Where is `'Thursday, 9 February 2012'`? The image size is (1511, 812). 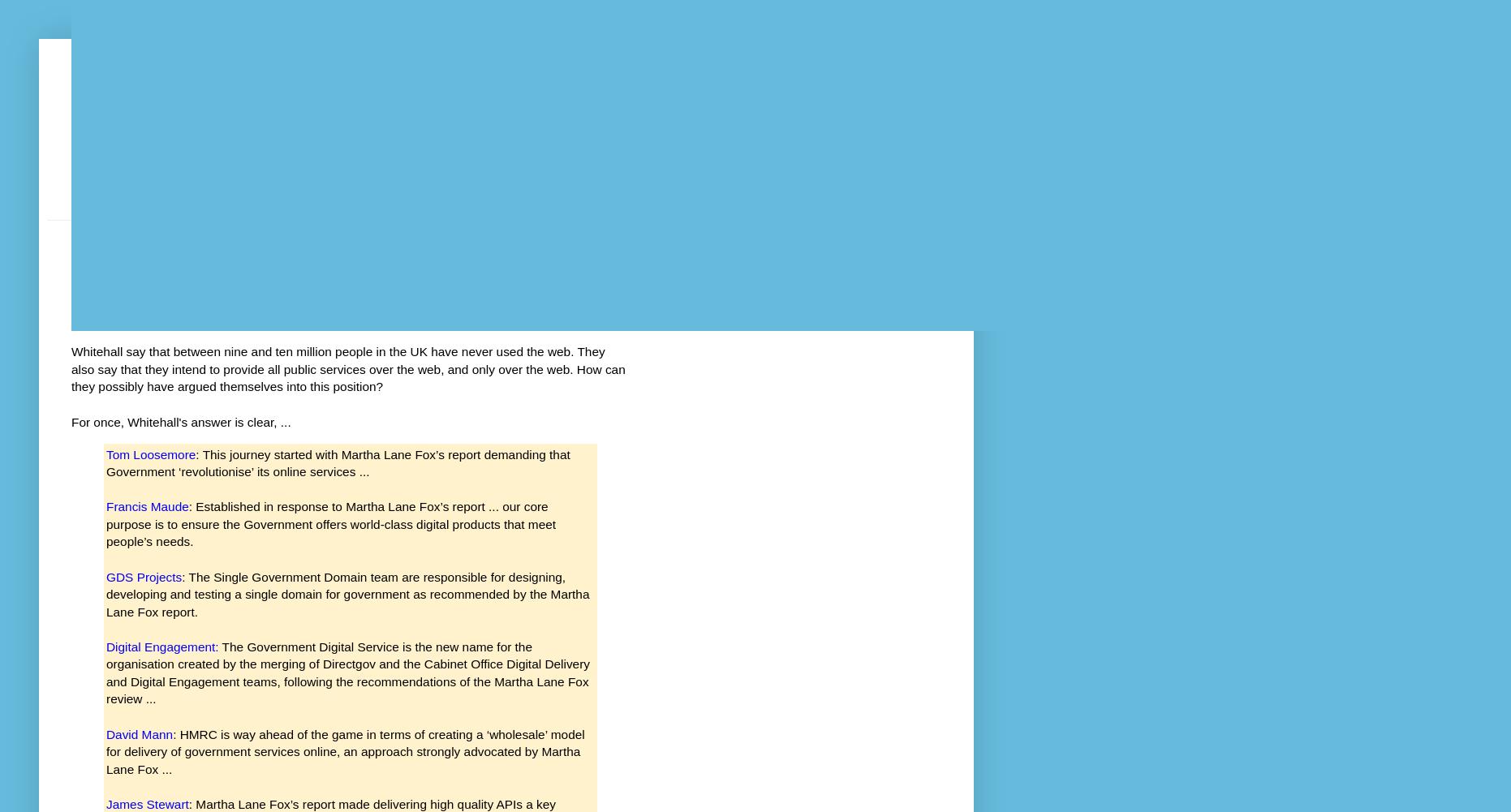
'Thursday, 9 February 2012' is located at coordinates (136, 249).